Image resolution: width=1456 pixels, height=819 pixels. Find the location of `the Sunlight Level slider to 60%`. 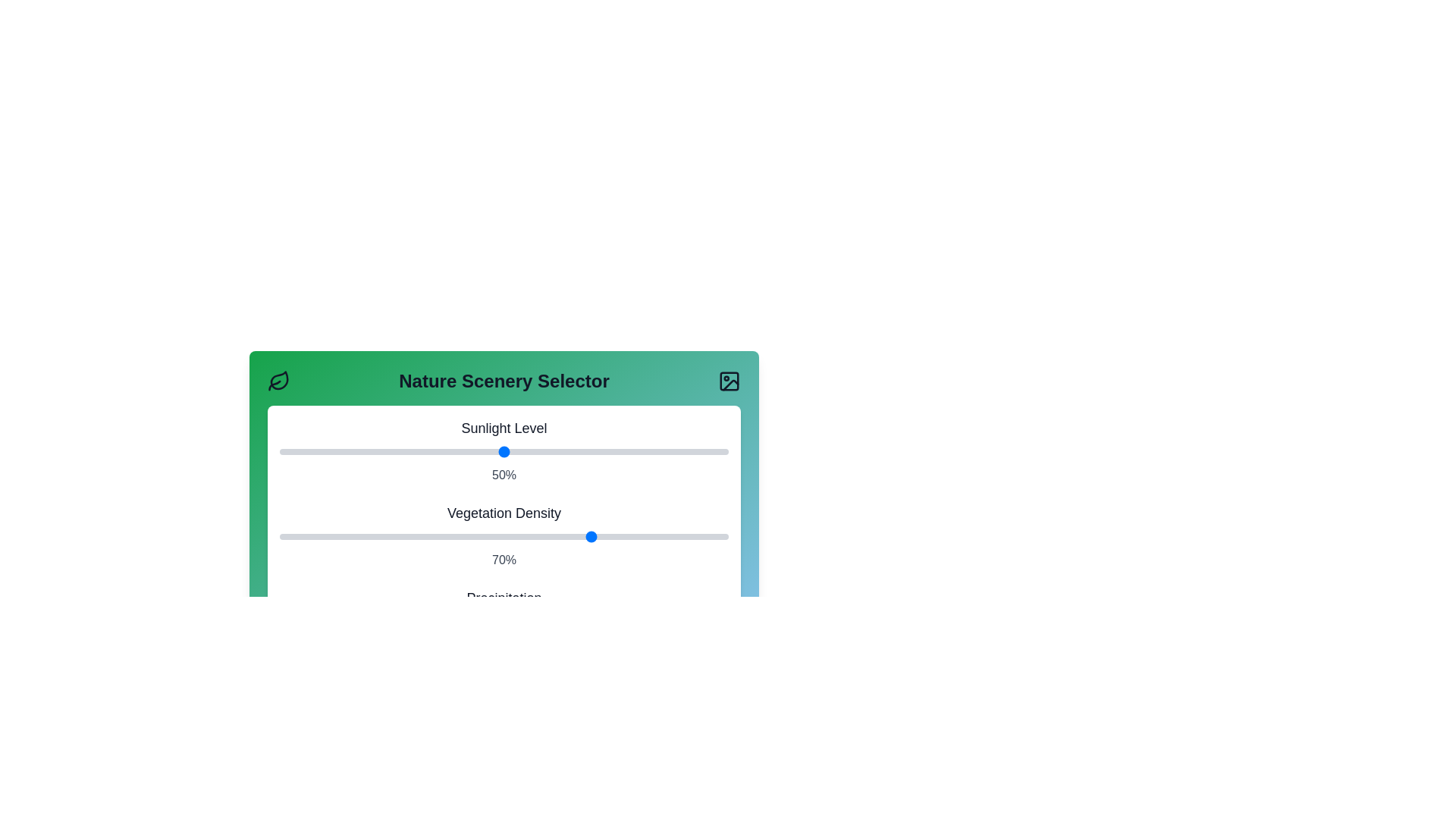

the Sunlight Level slider to 60% is located at coordinates (548, 451).